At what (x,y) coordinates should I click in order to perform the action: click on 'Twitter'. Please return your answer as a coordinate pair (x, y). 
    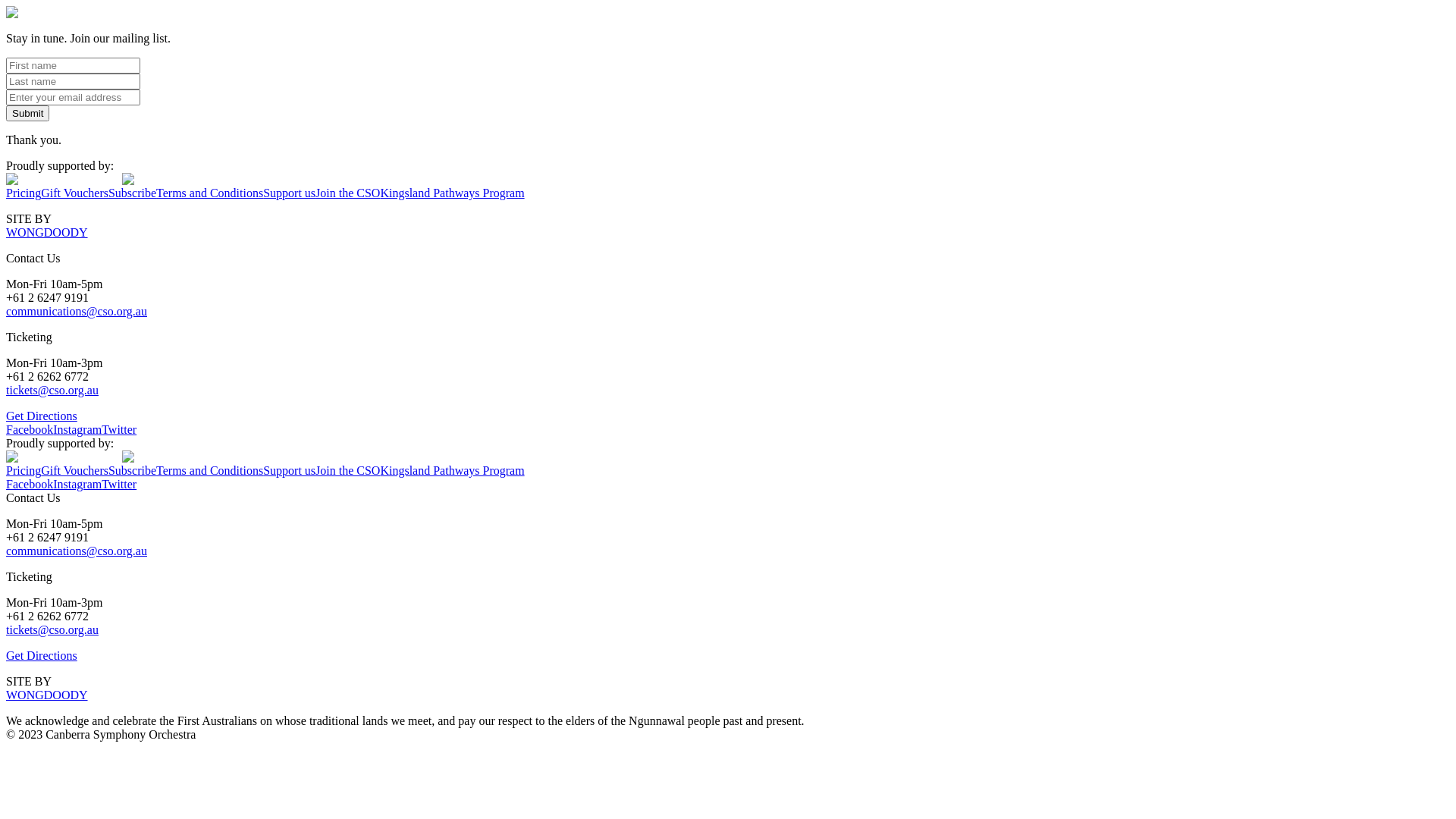
    Looking at the image, I should click on (118, 429).